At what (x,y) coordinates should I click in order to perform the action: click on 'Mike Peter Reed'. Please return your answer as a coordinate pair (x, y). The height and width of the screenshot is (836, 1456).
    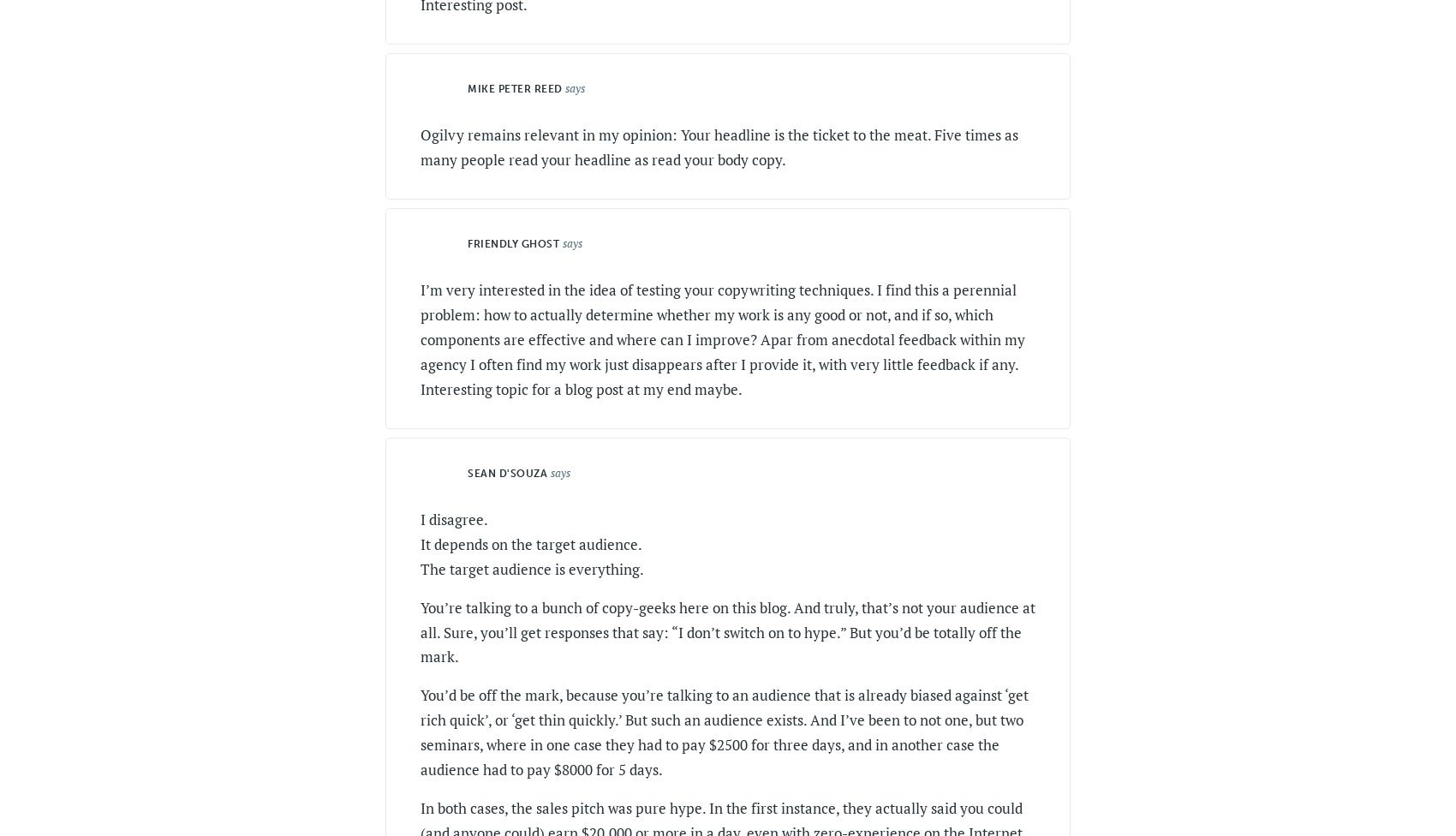
    Looking at the image, I should click on (513, 89).